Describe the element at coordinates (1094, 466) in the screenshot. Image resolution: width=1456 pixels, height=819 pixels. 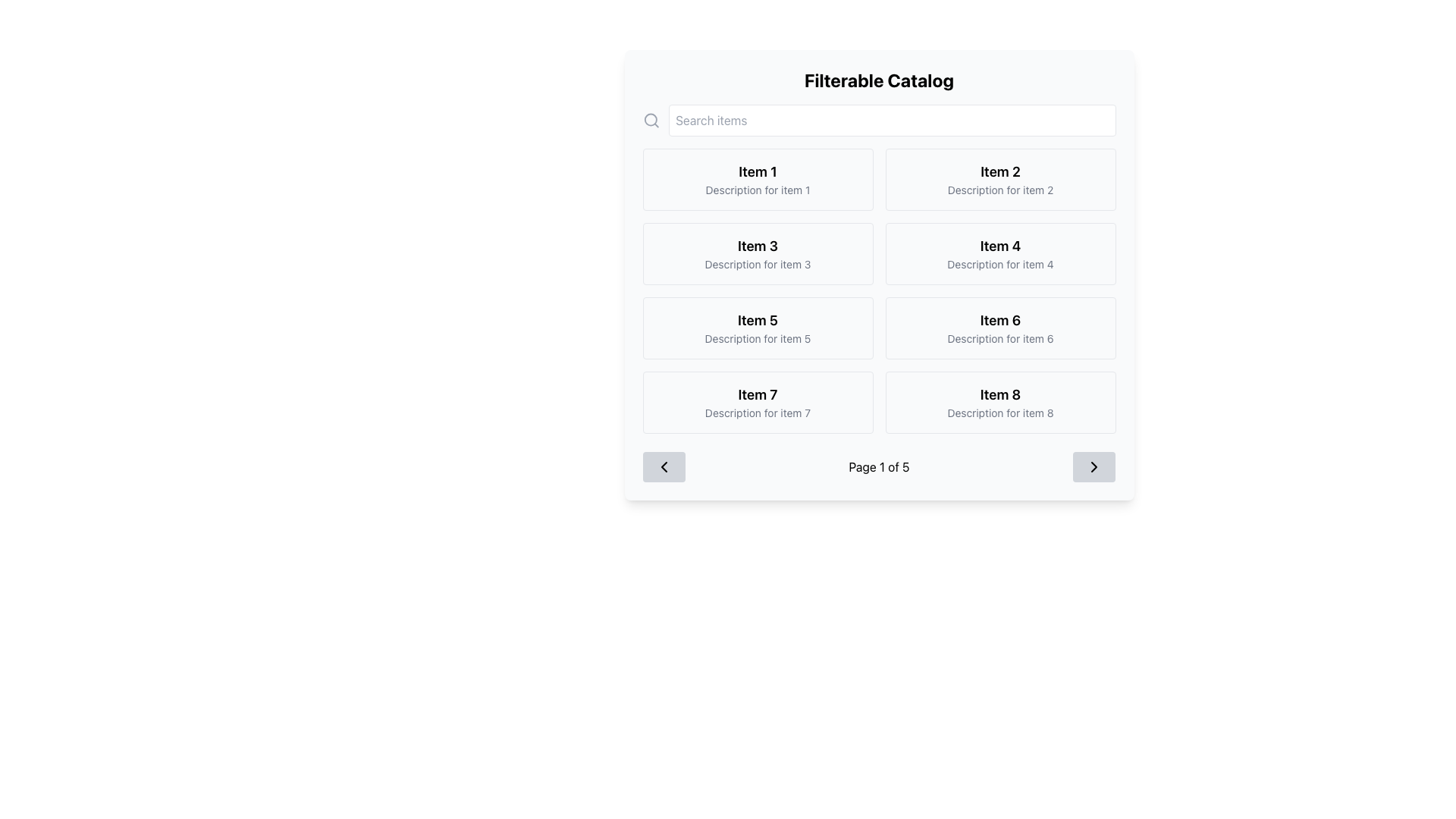
I see `the navigation button at the far-right of the pagination controls to advance to the next page of content` at that location.